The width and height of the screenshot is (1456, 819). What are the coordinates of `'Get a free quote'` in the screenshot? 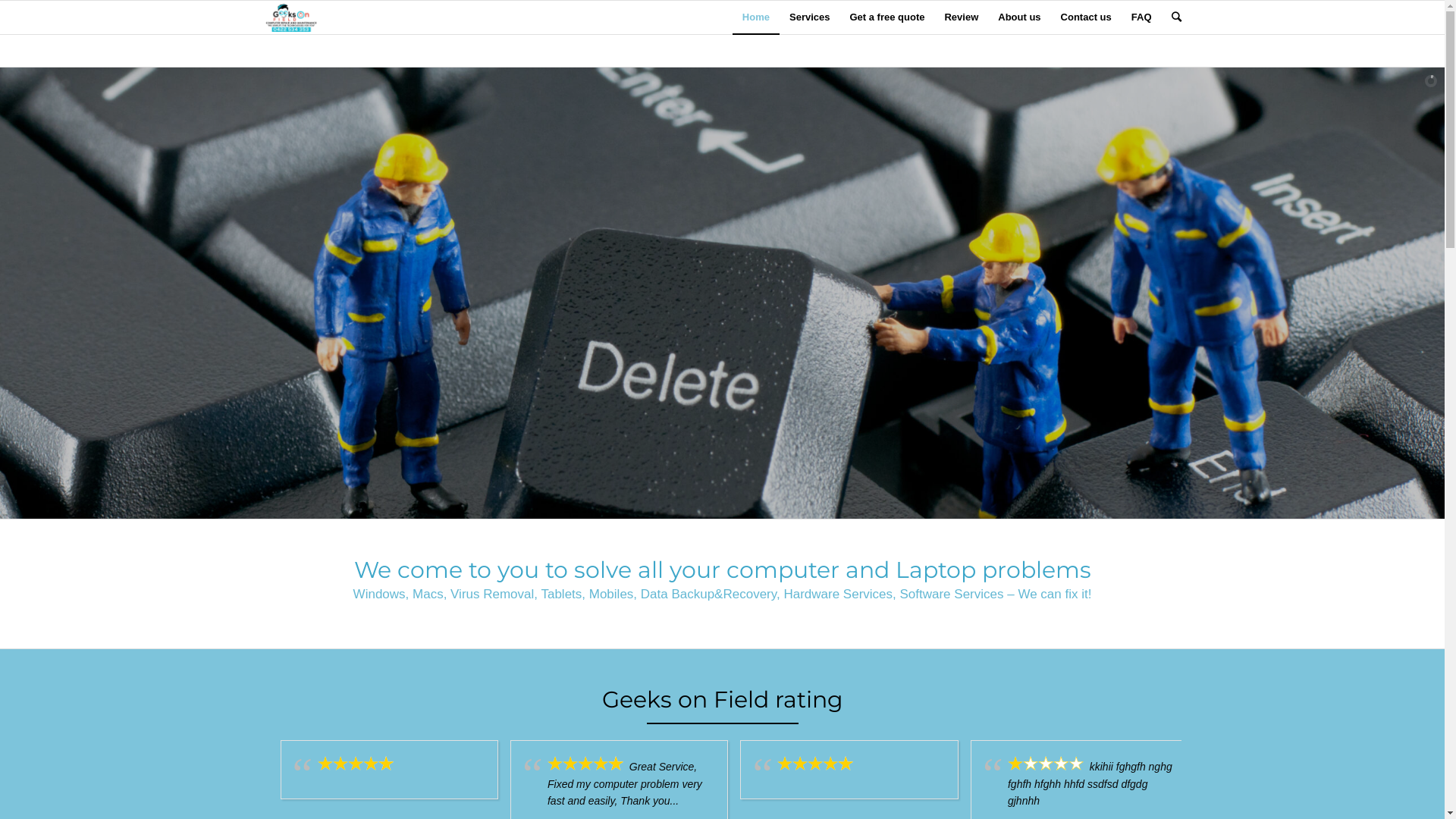 It's located at (886, 17).